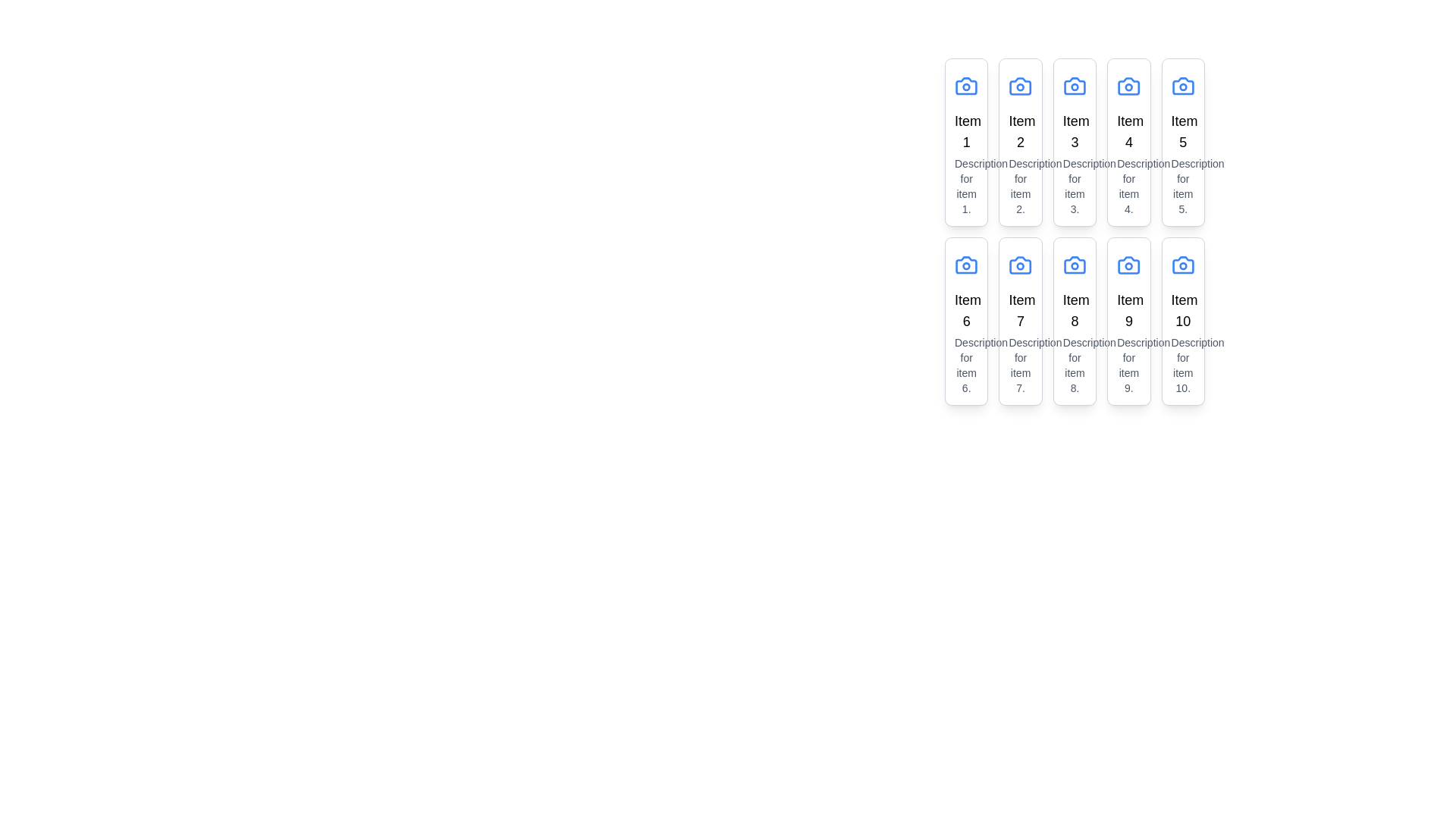  What do you see at coordinates (1128, 309) in the screenshot?
I see `the static text label "Description for item 9" located in the second card of the second row in the grid layout, which serves as a title for the associated content` at bounding box center [1128, 309].